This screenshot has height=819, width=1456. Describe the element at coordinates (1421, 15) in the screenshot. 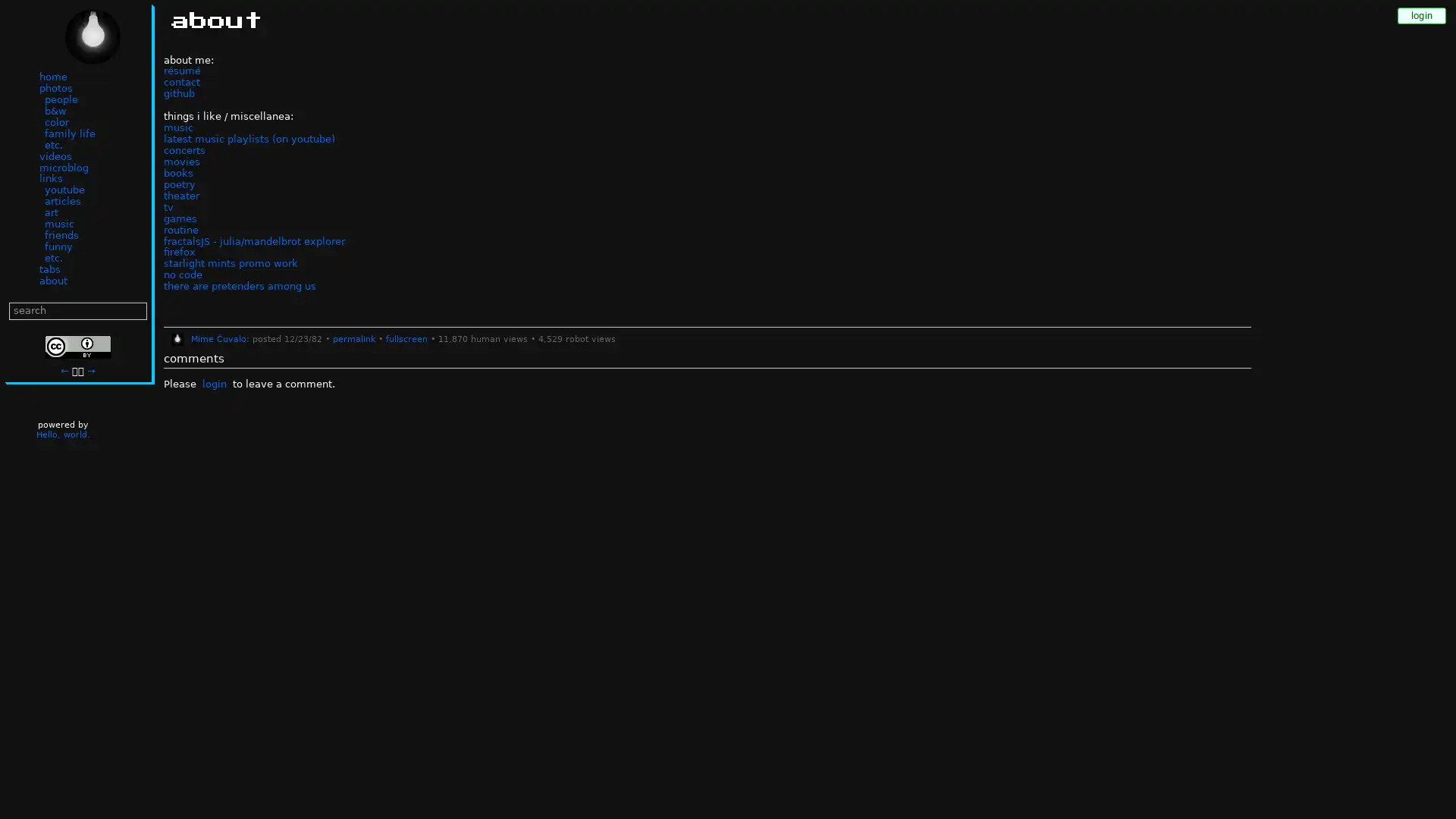

I see `login` at that location.